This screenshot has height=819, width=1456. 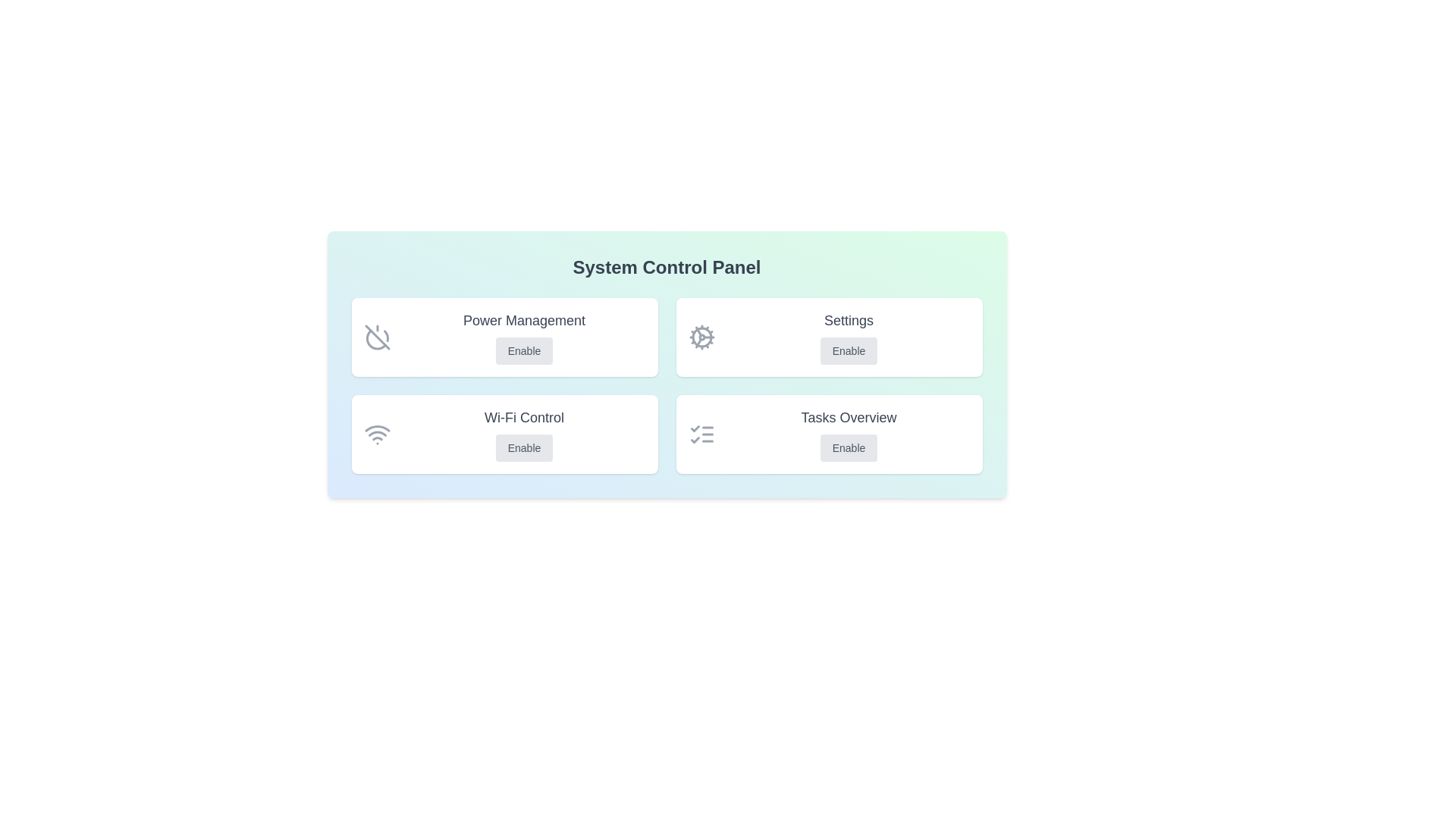 I want to click on the gear-shaped icon with a gray color located to the left of the 'Settings' text label in the 'Settings' box, so click(x=701, y=336).